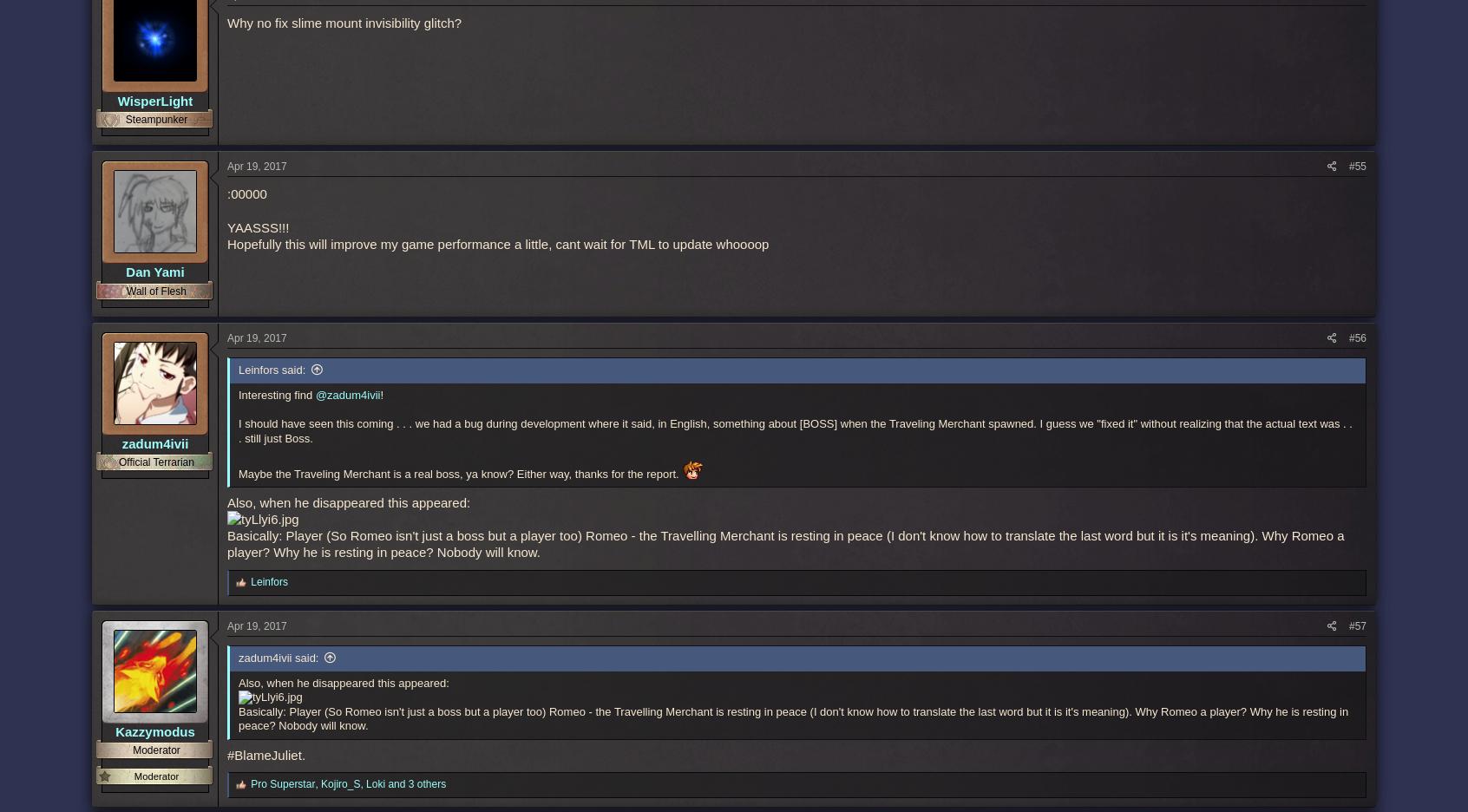 The image size is (1468, 812). I want to click on 'Steampunker', so click(155, 119).